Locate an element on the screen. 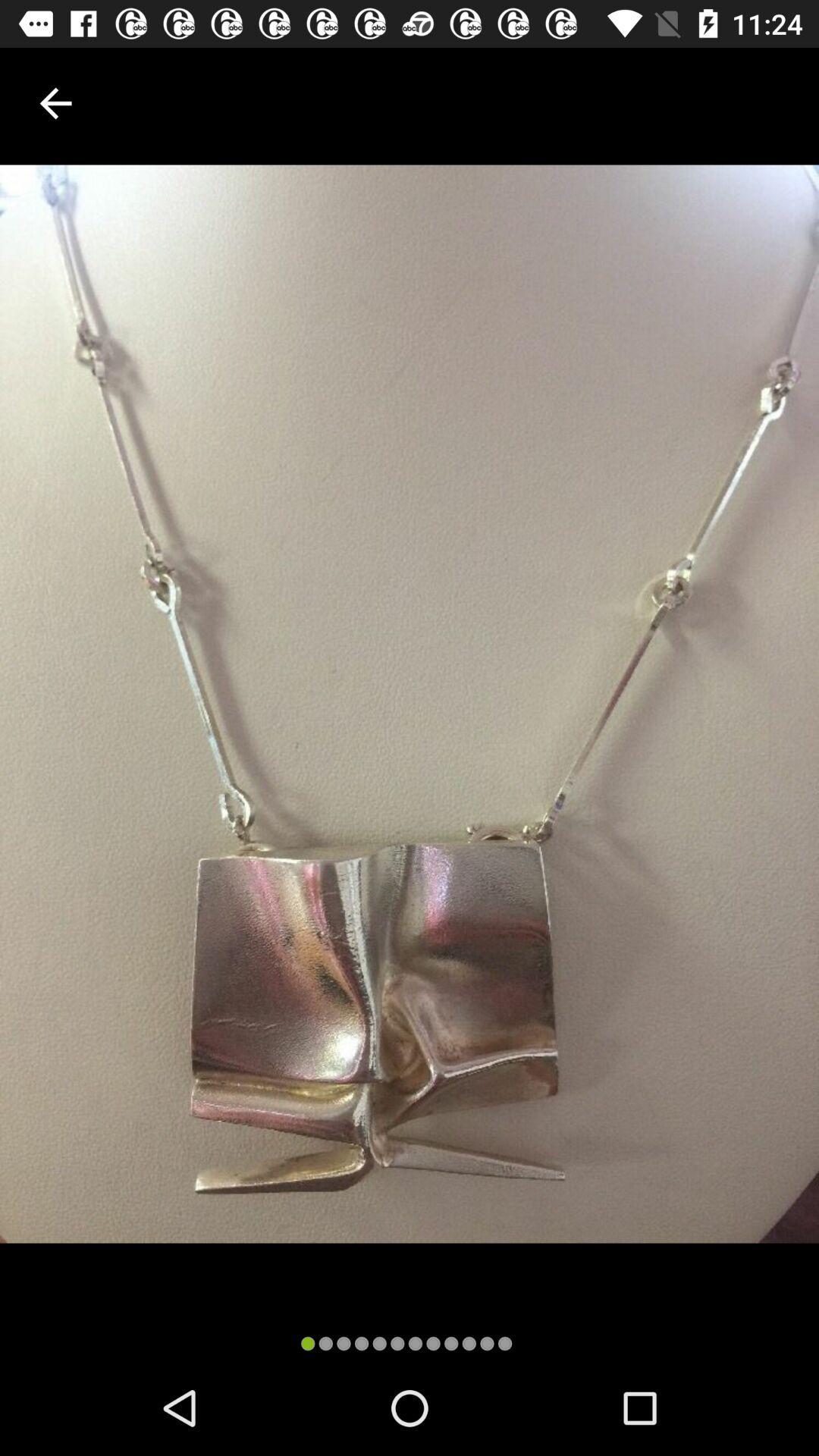 This screenshot has width=819, height=1456. the icon at the top left corner is located at coordinates (55, 102).